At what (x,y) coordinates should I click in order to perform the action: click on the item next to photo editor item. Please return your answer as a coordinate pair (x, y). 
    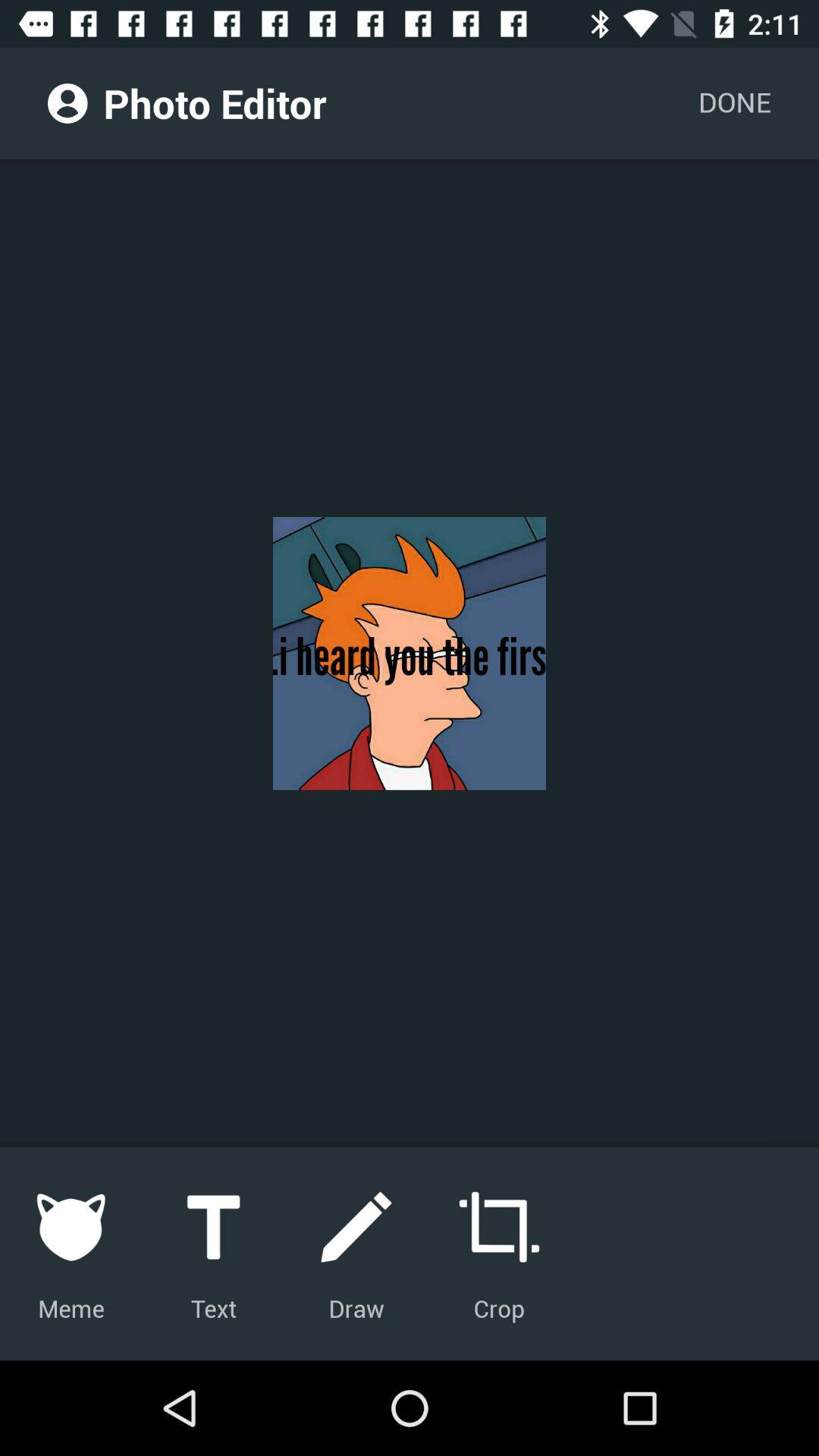
    Looking at the image, I should click on (733, 102).